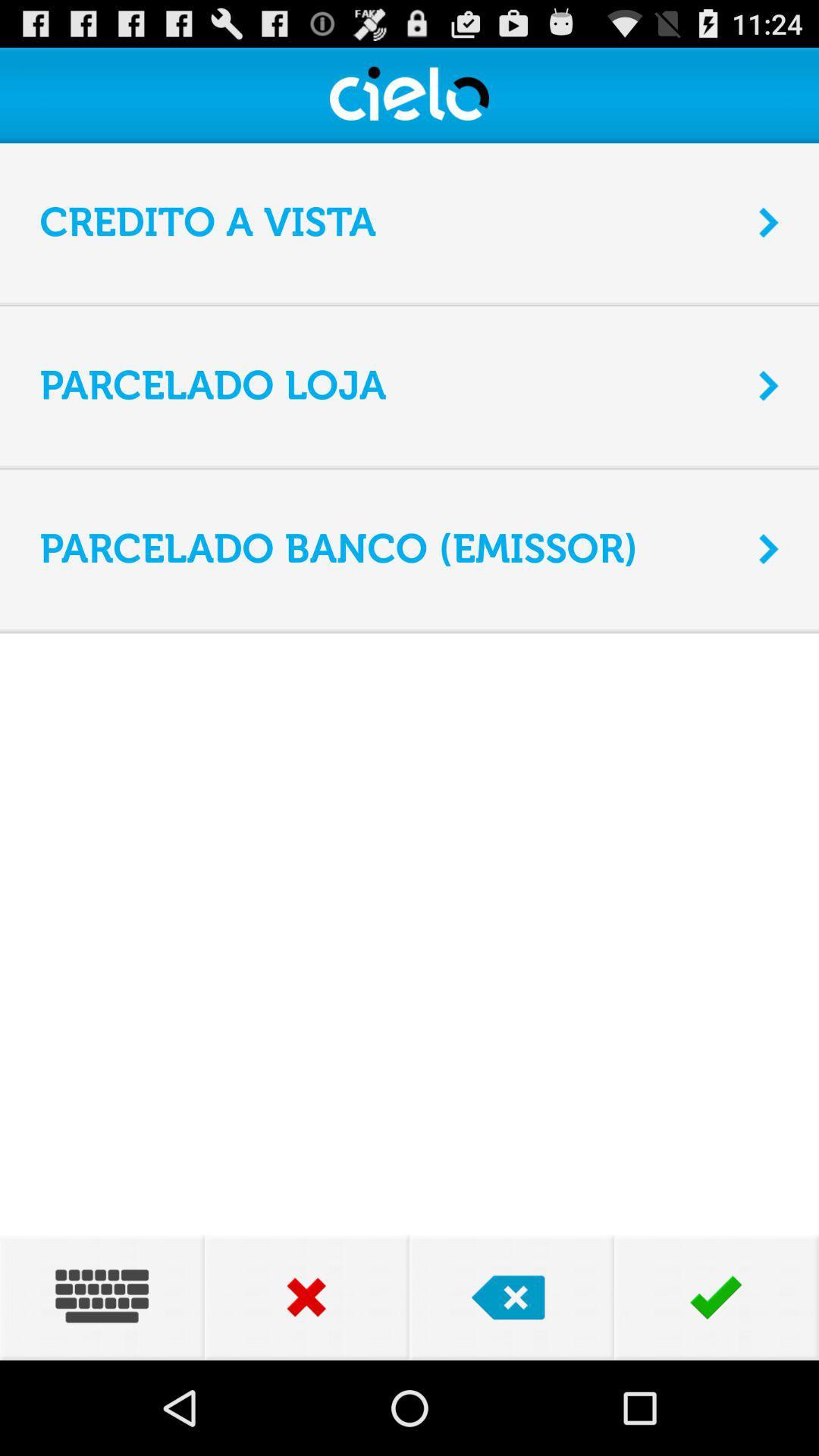 This screenshot has width=819, height=1456. What do you see at coordinates (409, 468) in the screenshot?
I see `app above the parcelado banco (emissor) icon` at bounding box center [409, 468].